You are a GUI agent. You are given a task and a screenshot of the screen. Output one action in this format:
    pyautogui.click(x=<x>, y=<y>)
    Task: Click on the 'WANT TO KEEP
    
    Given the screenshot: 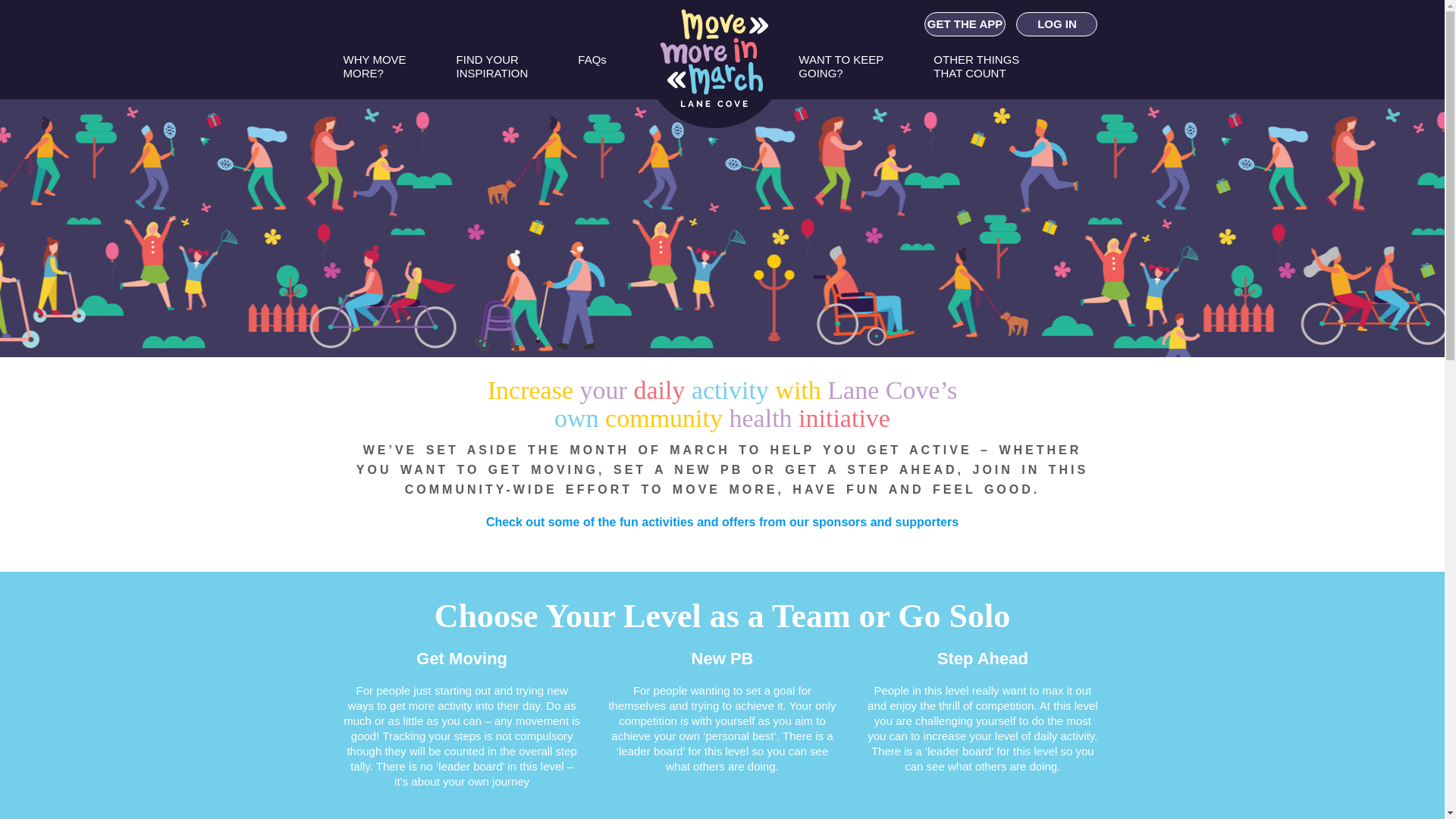 What is the action you would take?
    pyautogui.click(x=839, y=73)
    